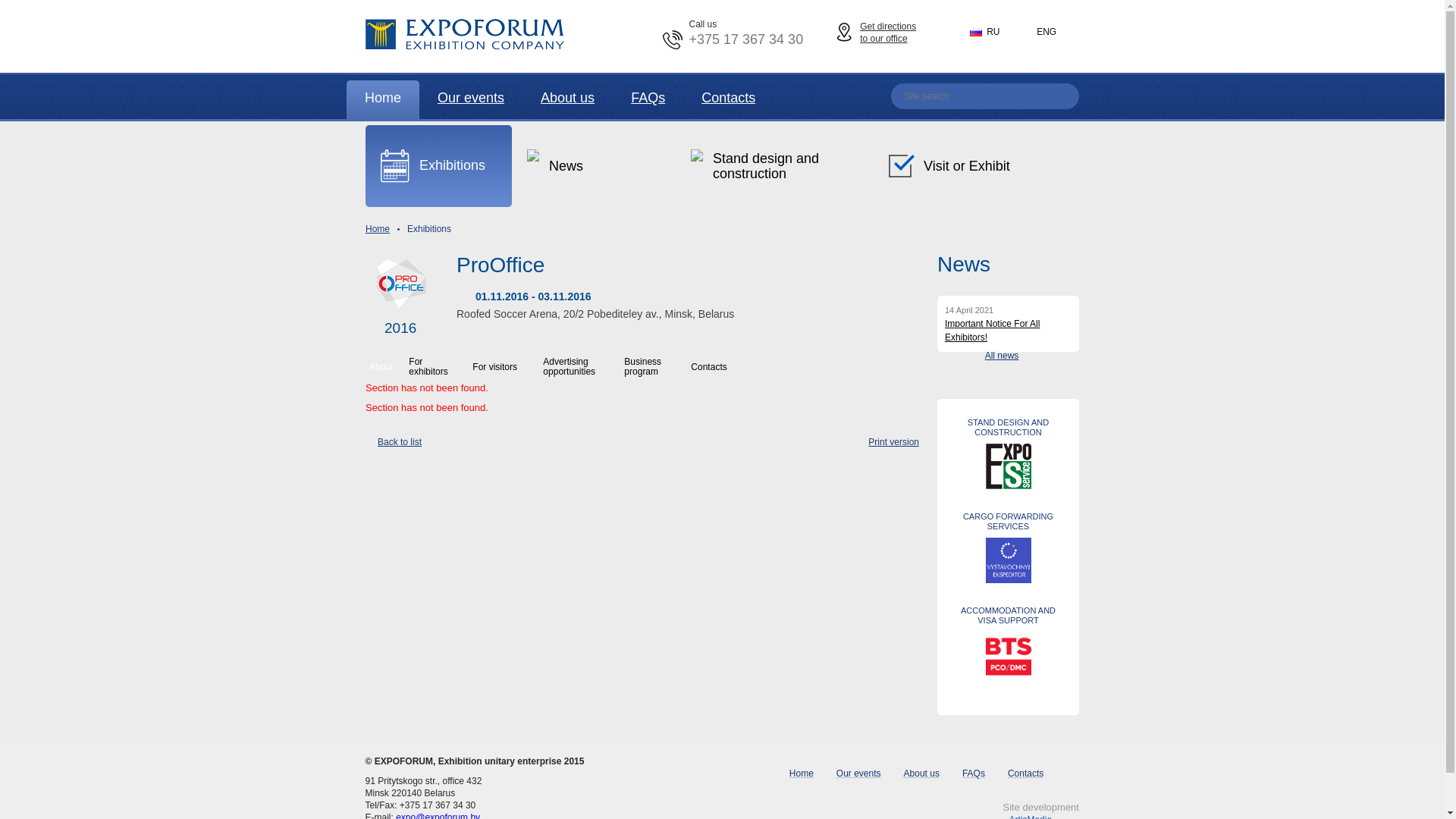 This screenshot has width=1456, height=819. Describe the element at coordinates (990, 32) in the screenshot. I see `'RU'` at that location.